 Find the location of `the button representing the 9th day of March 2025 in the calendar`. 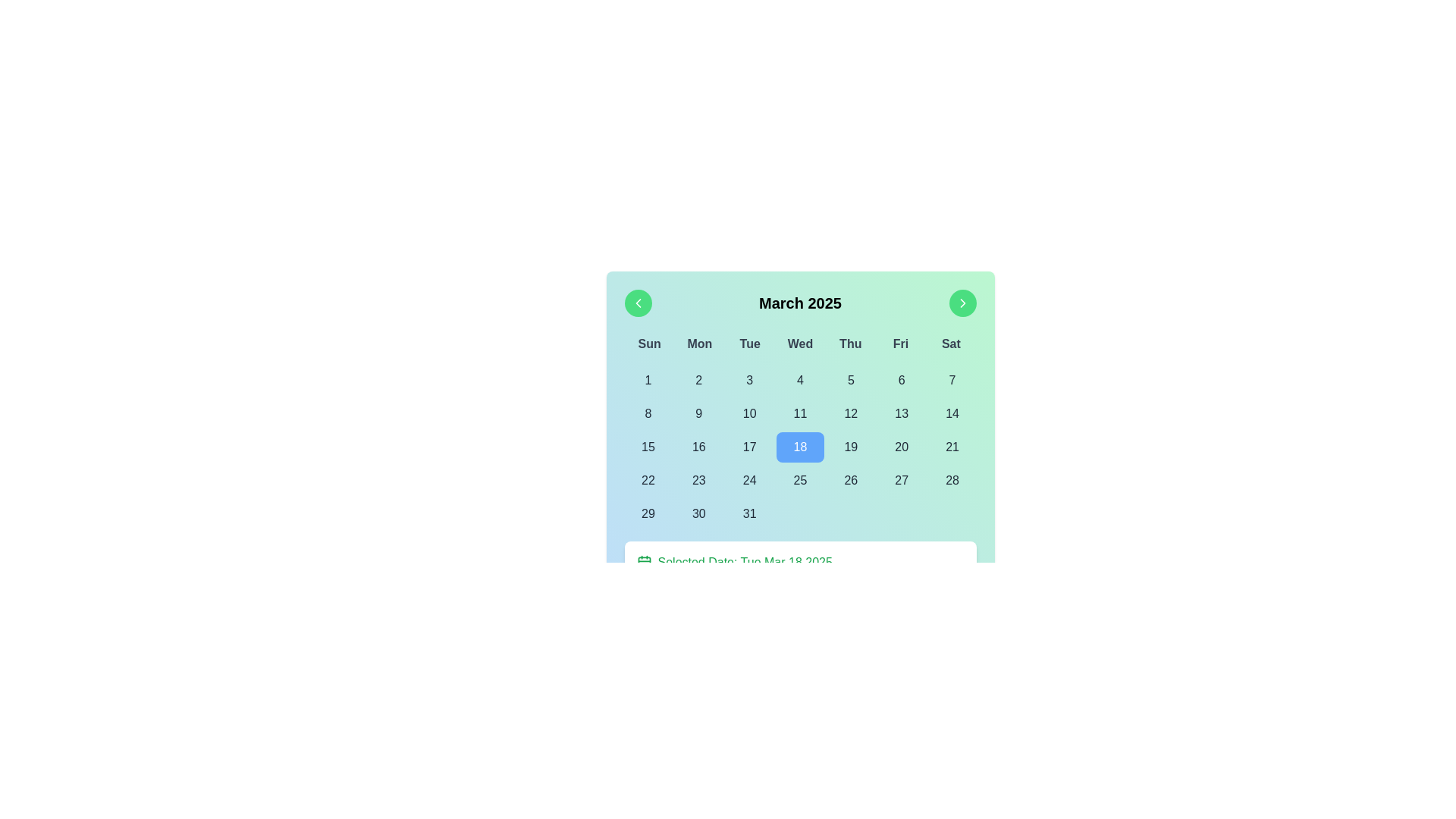

the button representing the 9th day of March 2025 in the calendar is located at coordinates (698, 414).